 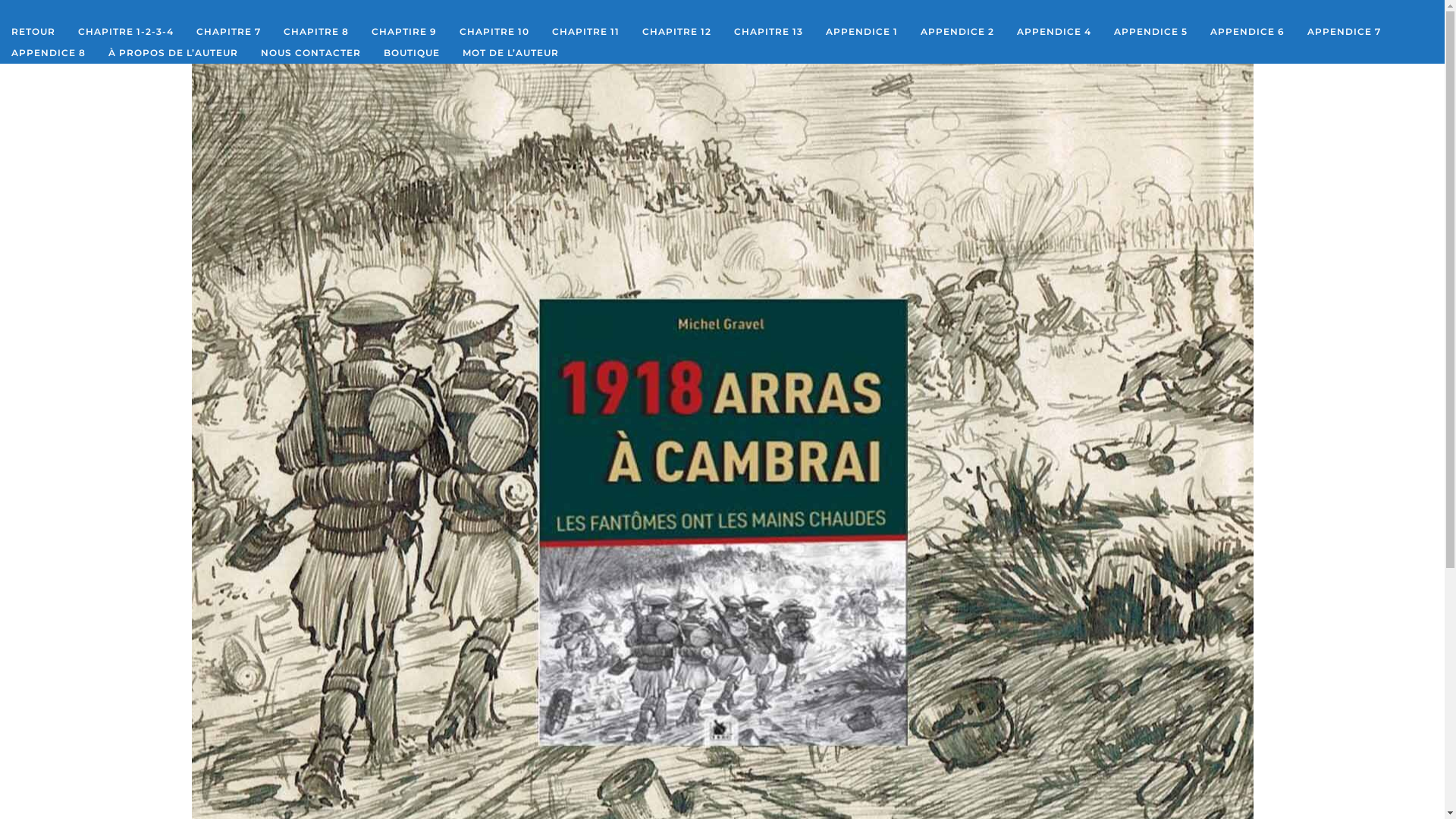 What do you see at coordinates (126, 32) in the screenshot?
I see `'CHAPITRE 1-2-3-4'` at bounding box center [126, 32].